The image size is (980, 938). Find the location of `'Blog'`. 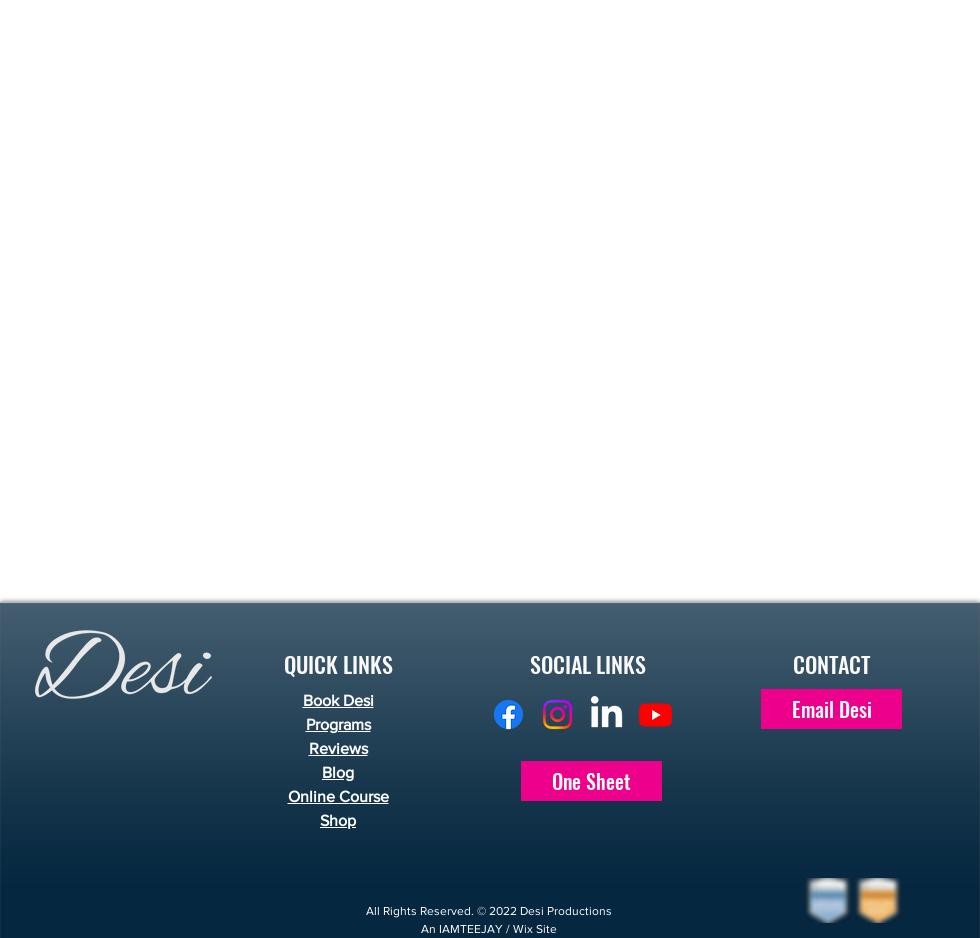

'Blog' is located at coordinates (338, 771).